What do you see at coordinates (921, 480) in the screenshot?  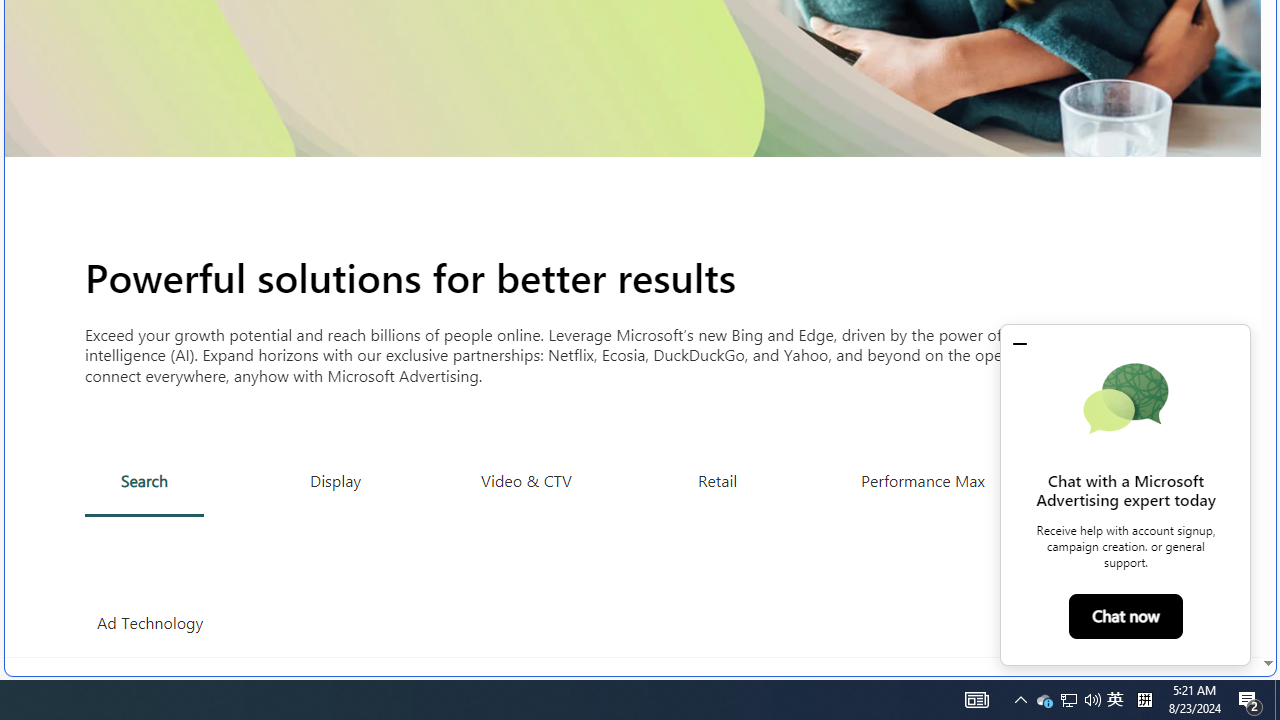 I see `'Performance Max'` at bounding box center [921, 480].